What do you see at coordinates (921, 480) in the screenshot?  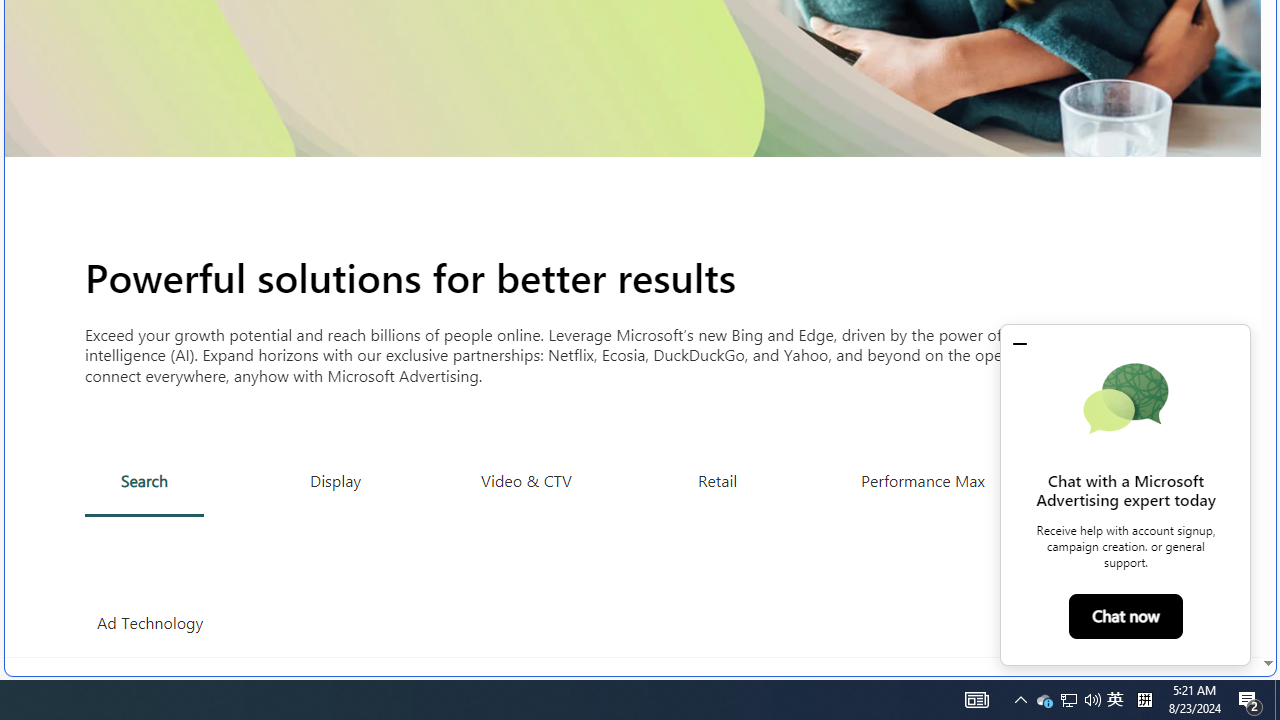 I see `'Performance Max'` at bounding box center [921, 480].